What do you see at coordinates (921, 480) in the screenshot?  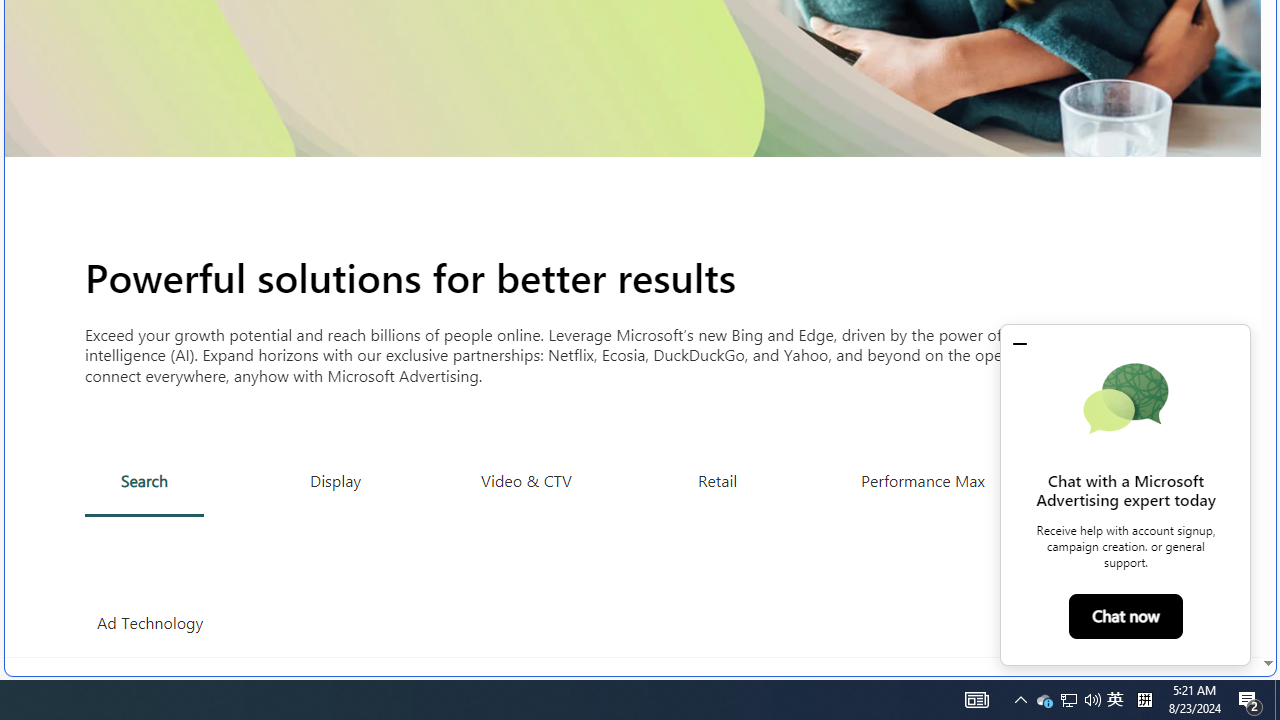 I see `'Performance Max'` at bounding box center [921, 480].